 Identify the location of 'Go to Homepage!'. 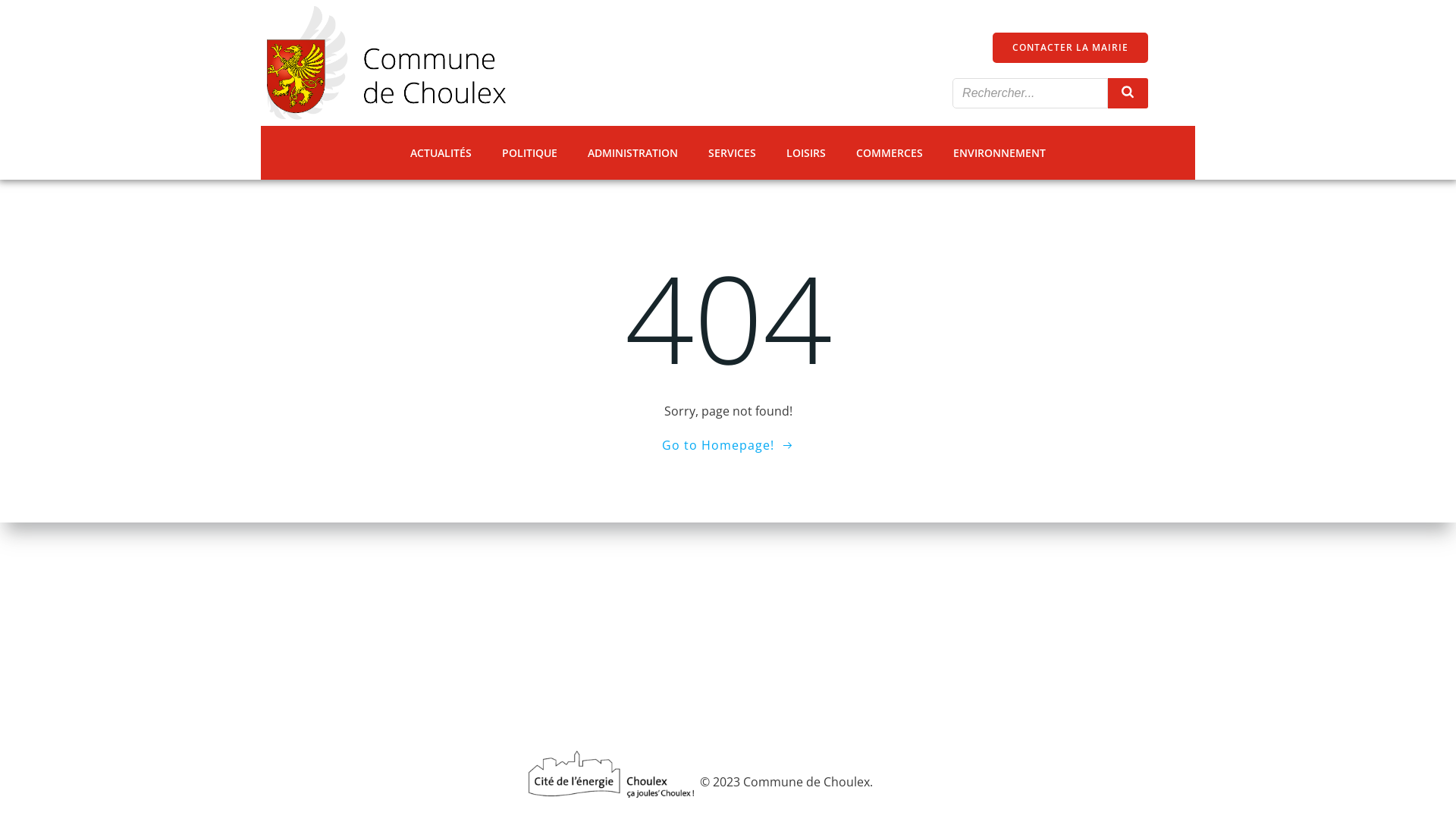
(728, 444).